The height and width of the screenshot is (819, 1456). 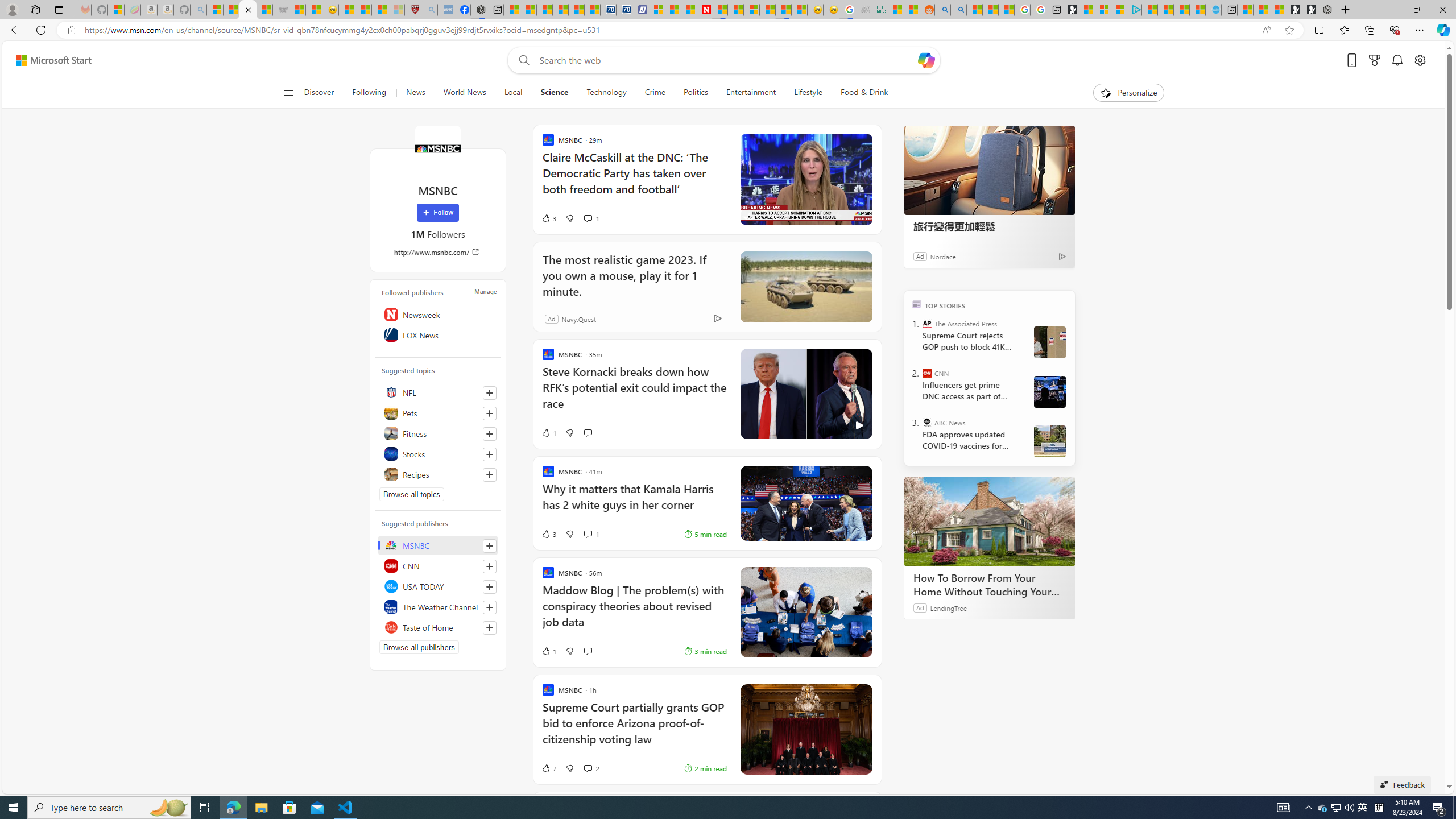 What do you see at coordinates (411, 494) in the screenshot?
I see `'Browse all topics'` at bounding box center [411, 494].